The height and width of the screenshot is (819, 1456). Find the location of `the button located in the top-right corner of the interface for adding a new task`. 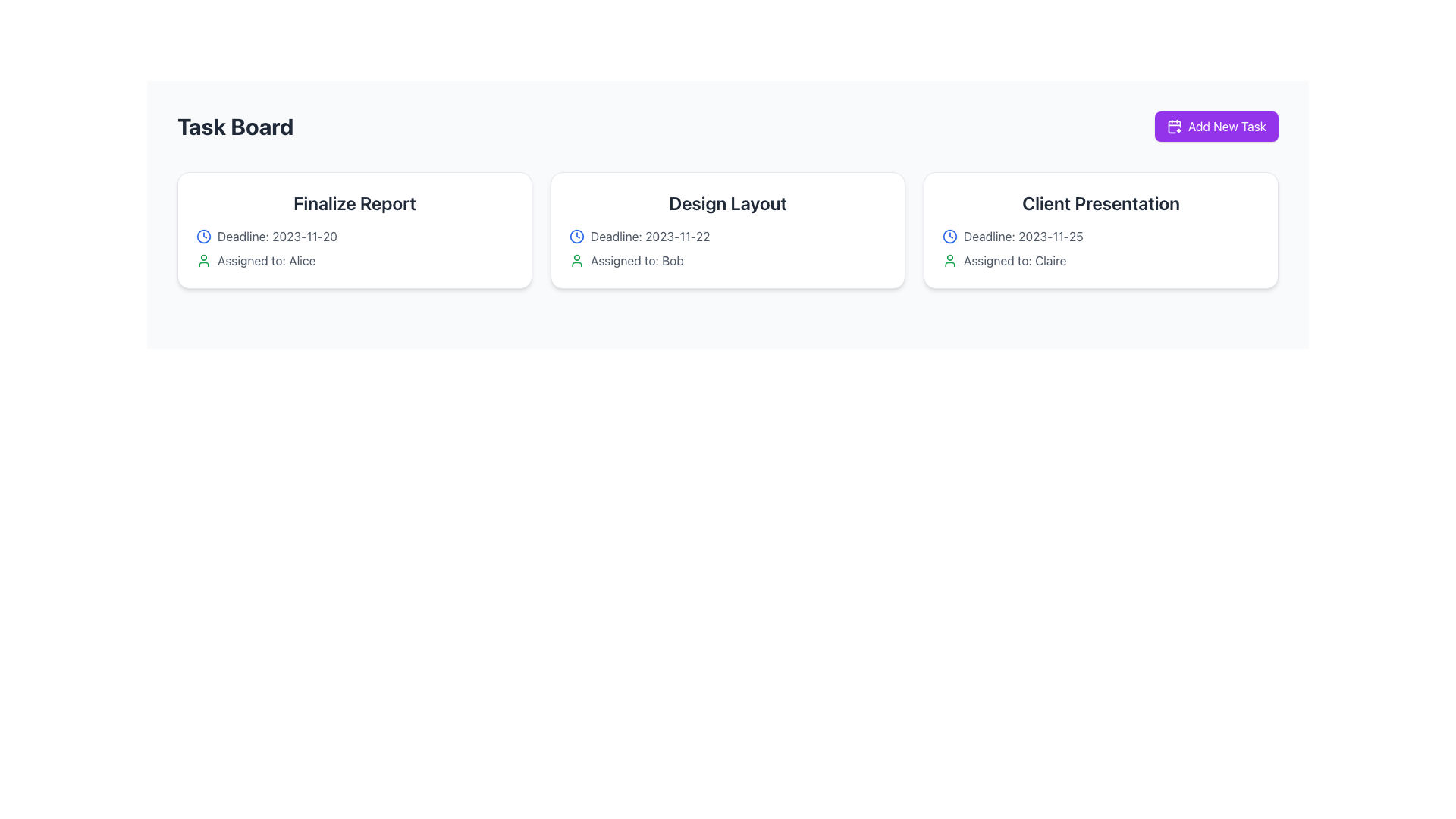

the button located in the top-right corner of the interface for adding a new task is located at coordinates (1216, 125).